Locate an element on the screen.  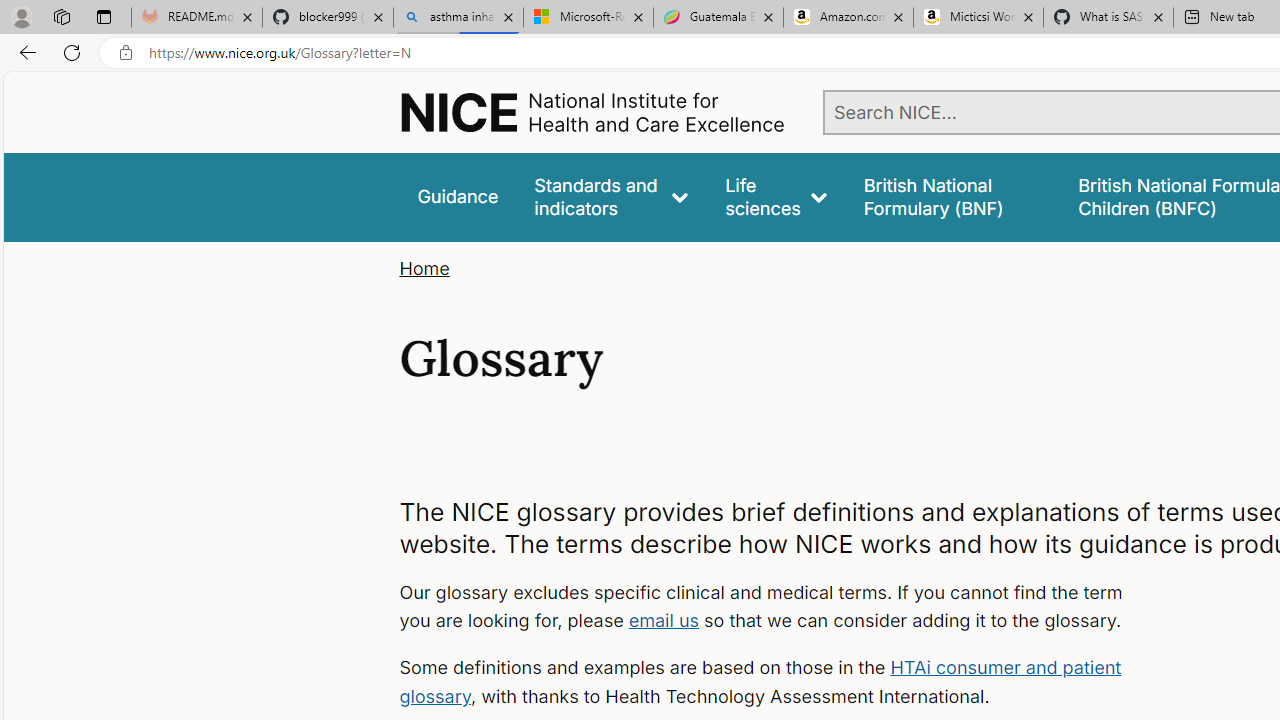
'Home' is located at coordinates (423, 268).